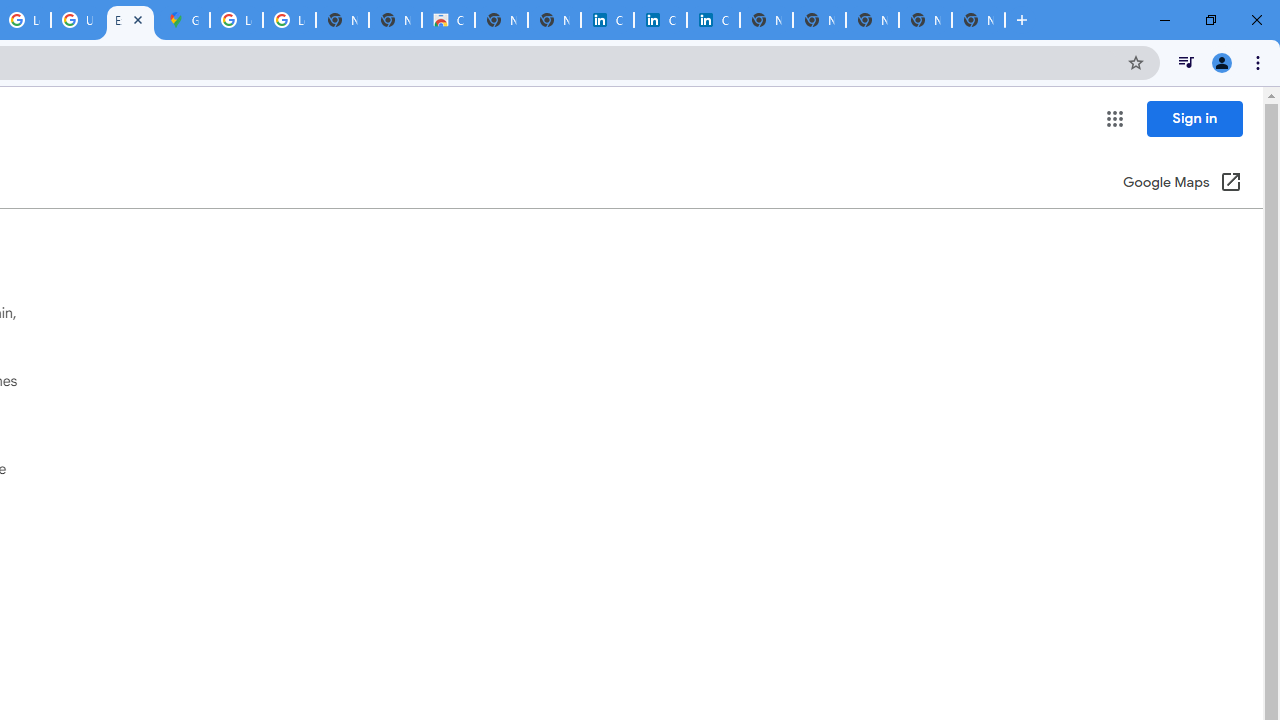 Image resolution: width=1280 pixels, height=720 pixels. I want to click on 'Cookie Policy | LinkedIn', so click(660, 20).